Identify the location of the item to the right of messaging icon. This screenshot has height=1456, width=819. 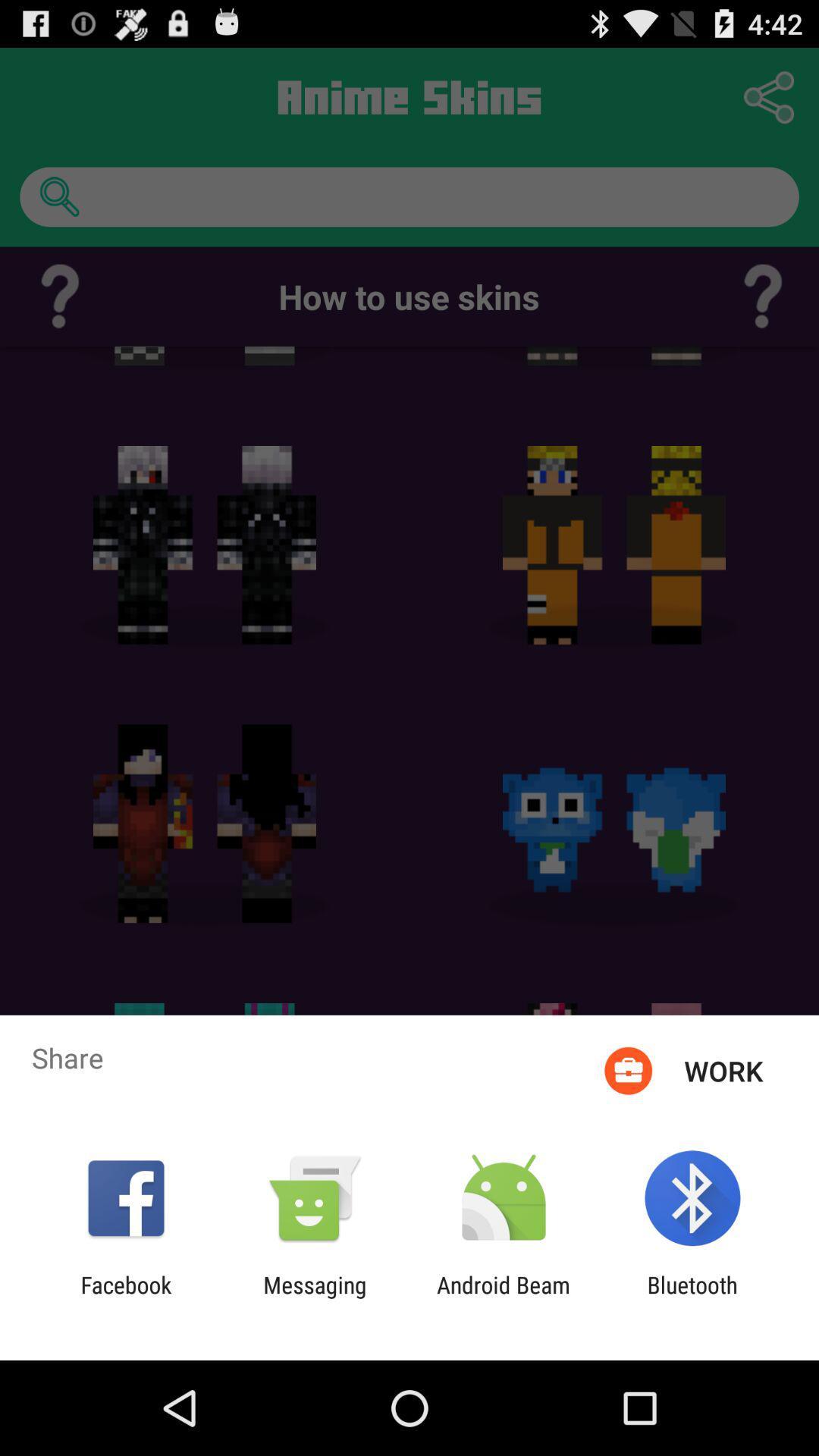
(504, 1298).